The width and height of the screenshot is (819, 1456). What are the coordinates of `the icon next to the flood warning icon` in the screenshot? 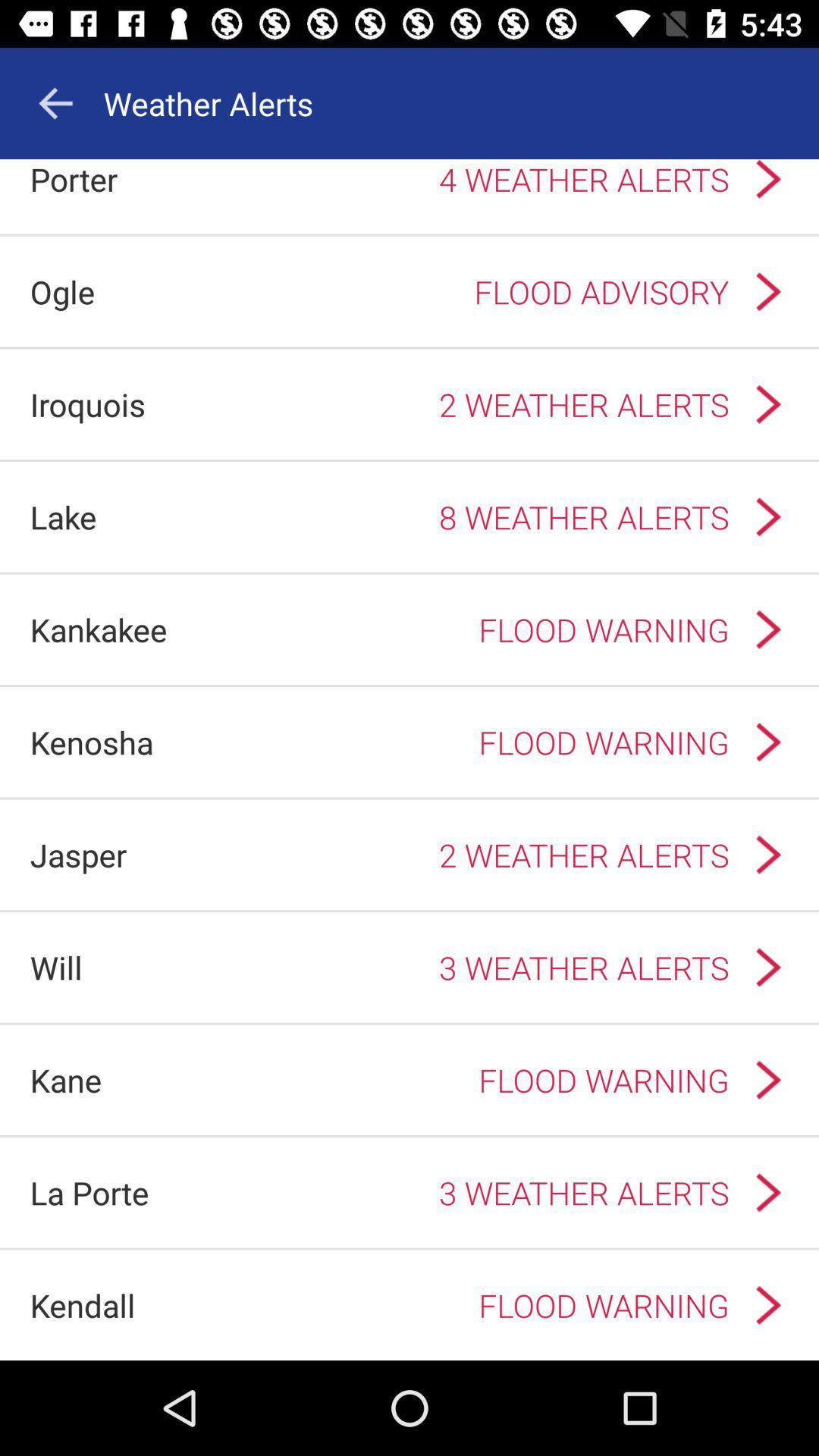 It's located at (99, 629).